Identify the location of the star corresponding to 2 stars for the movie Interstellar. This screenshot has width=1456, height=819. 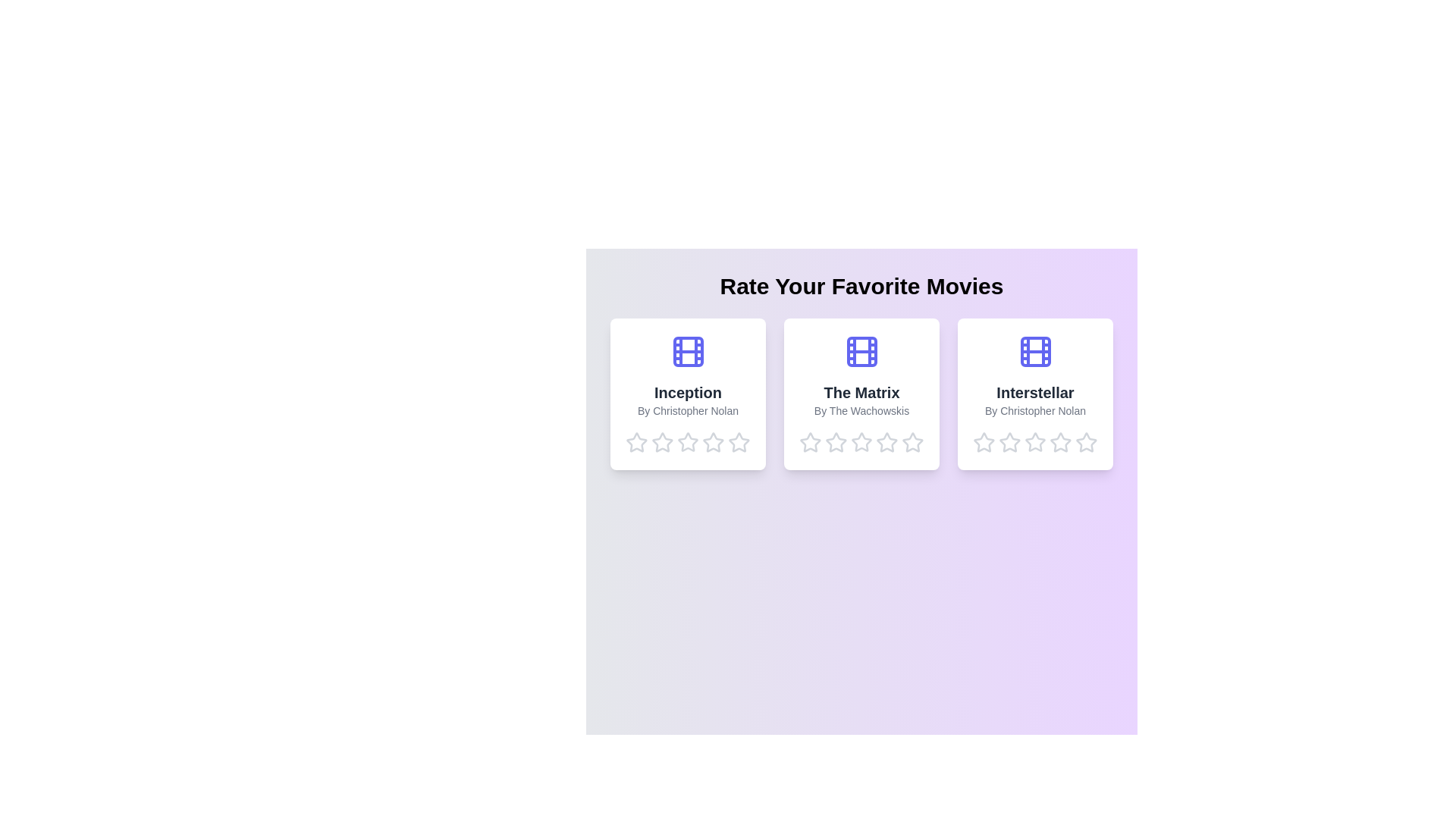
(1009, 442).